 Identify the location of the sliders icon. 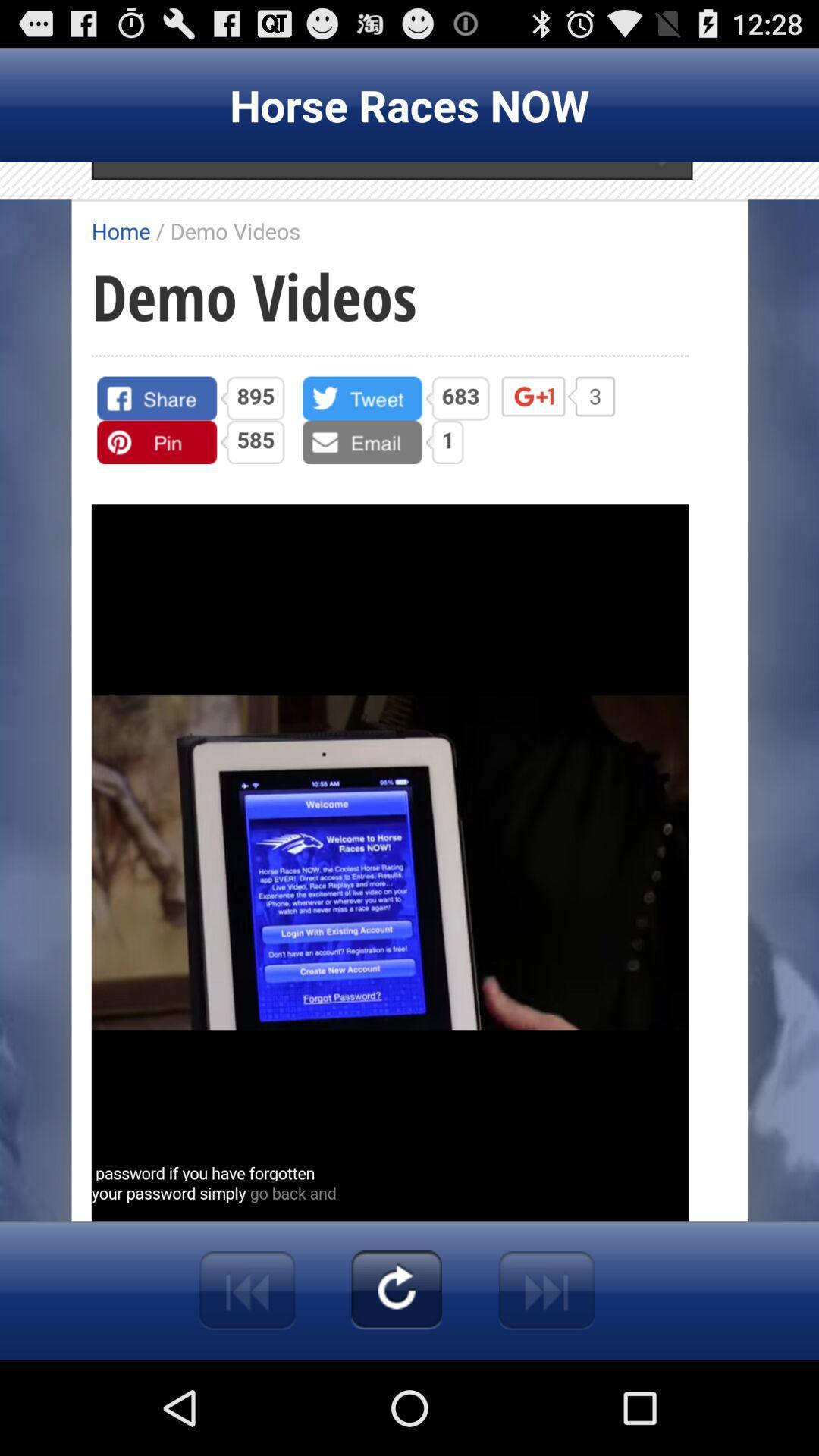
(246, 1381).